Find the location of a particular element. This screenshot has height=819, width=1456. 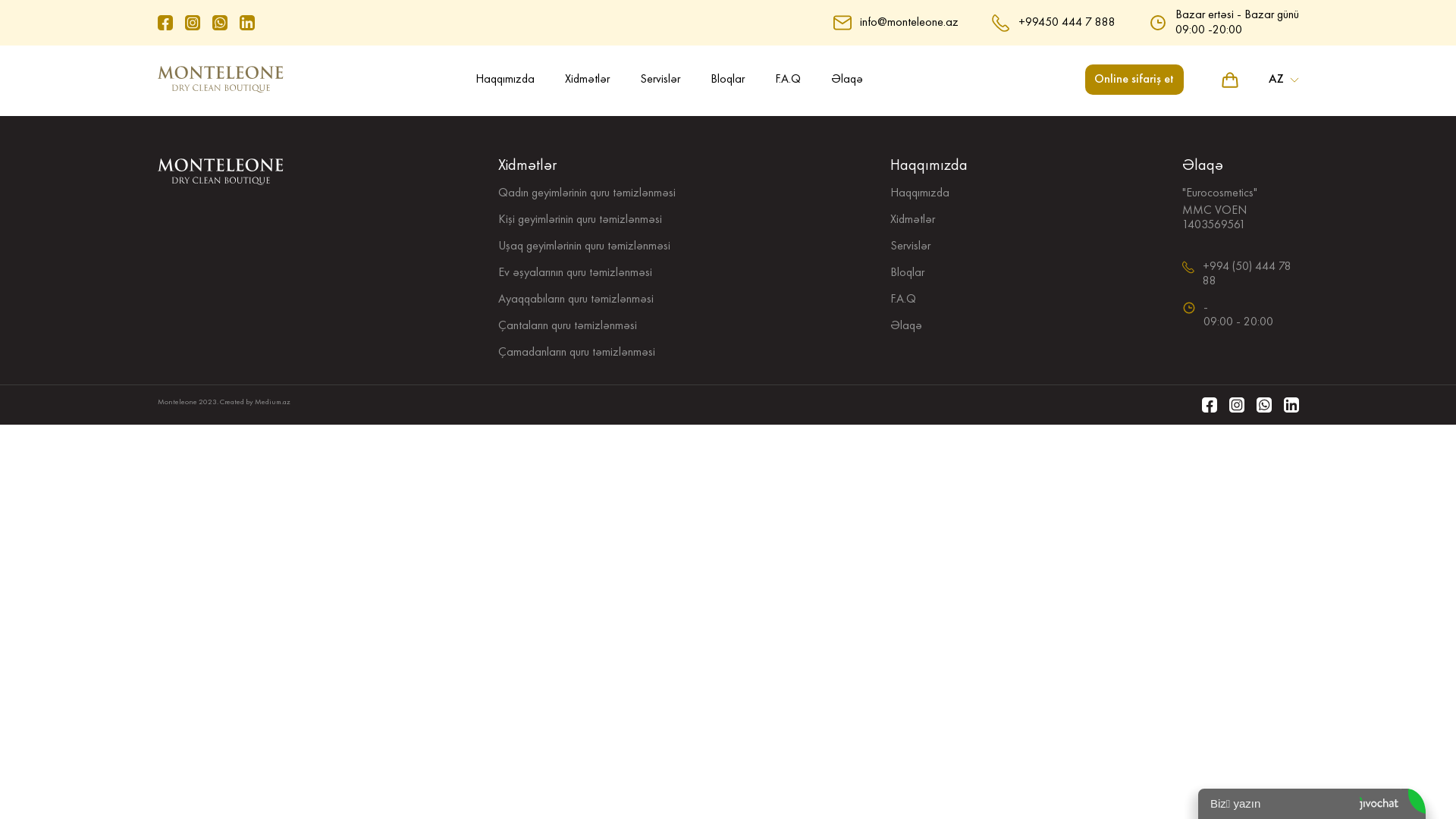

'info@monteleone.az' is located at coordinates (909, 22).